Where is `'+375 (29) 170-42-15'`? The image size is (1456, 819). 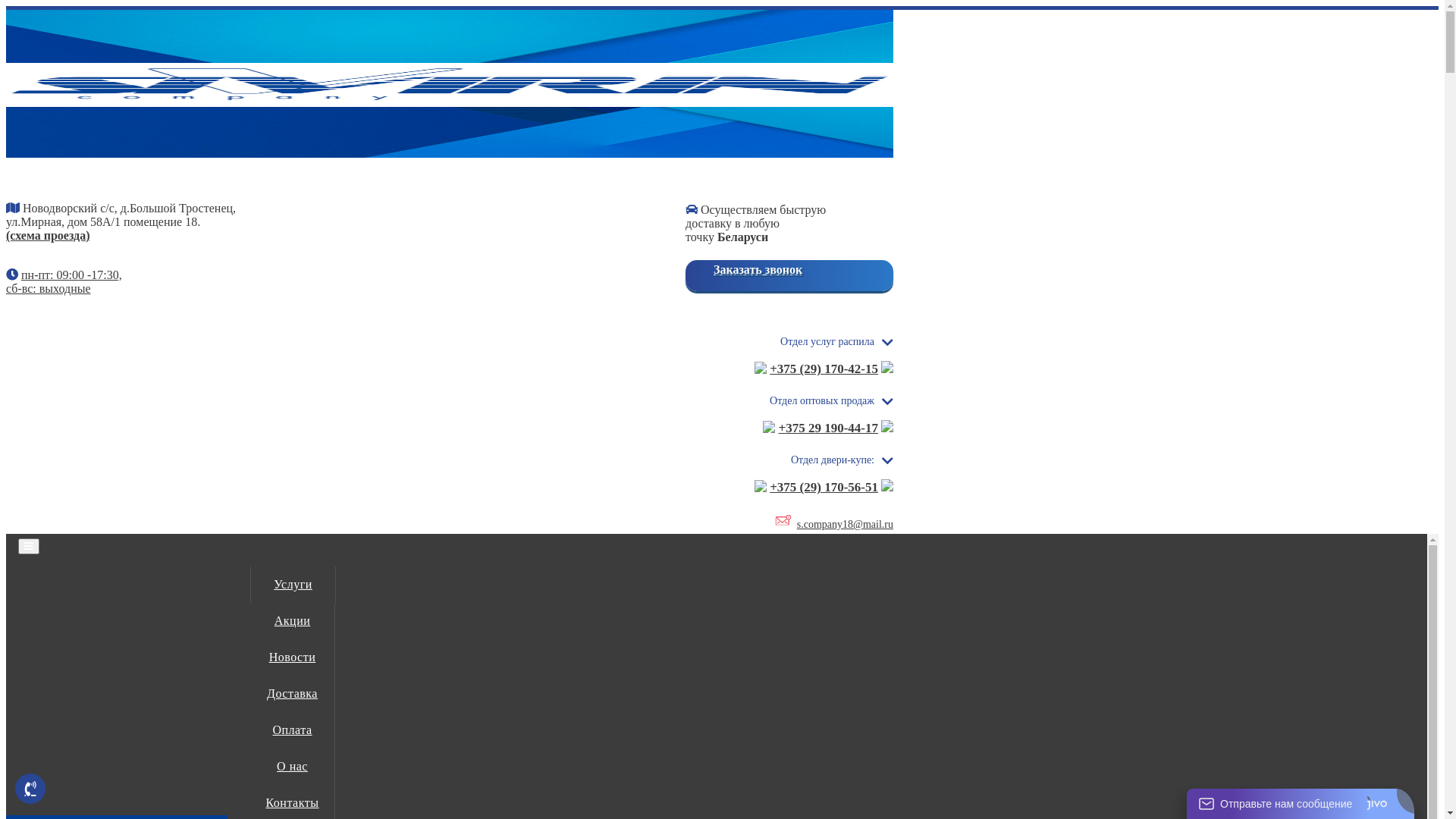 '+375 (29) 170-42-15' is located at coordinates (823, 369).